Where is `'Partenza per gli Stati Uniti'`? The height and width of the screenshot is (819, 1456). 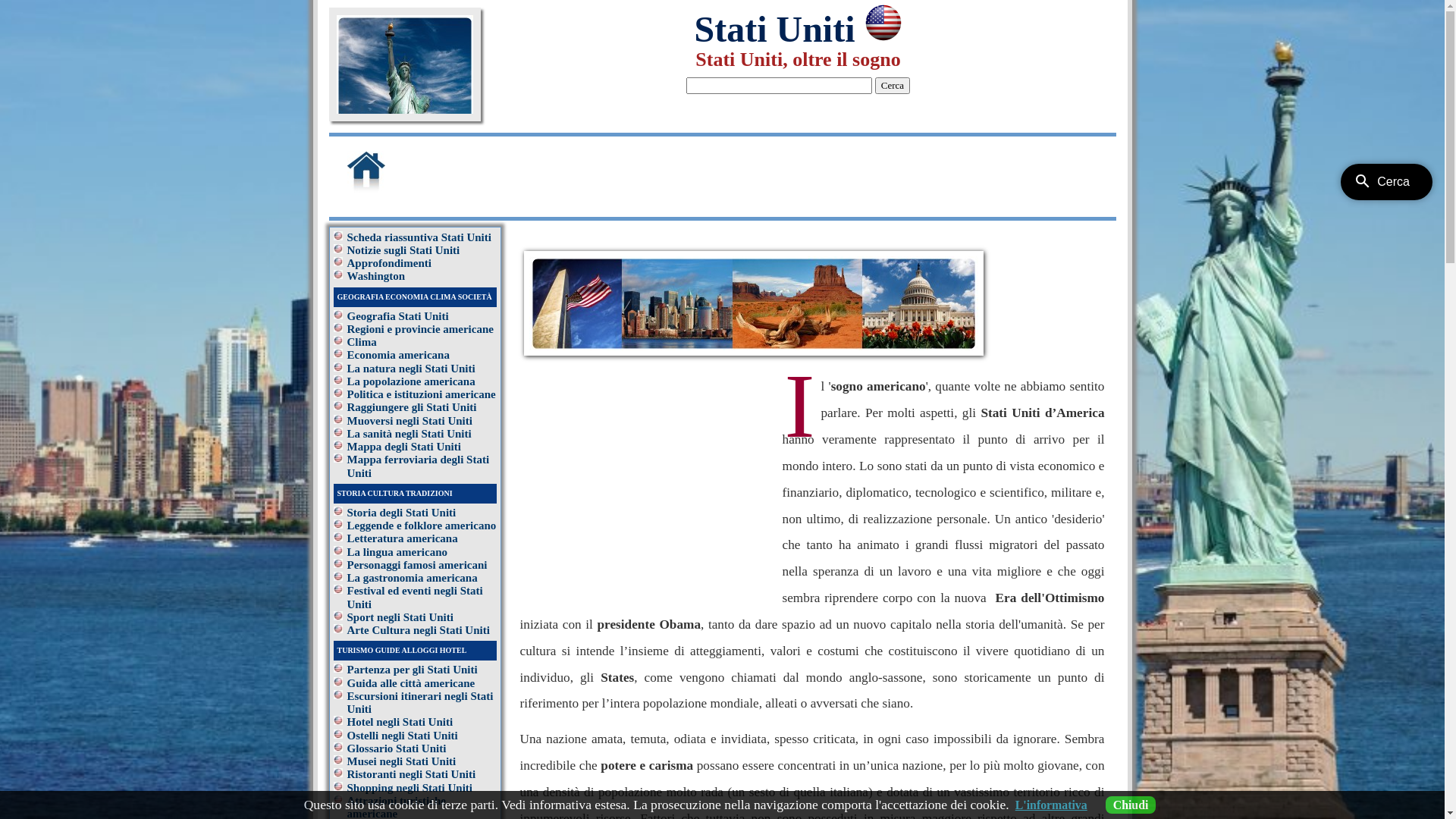 'Partenza per gli Stati Uniti' is located at coordinates (412, 669).